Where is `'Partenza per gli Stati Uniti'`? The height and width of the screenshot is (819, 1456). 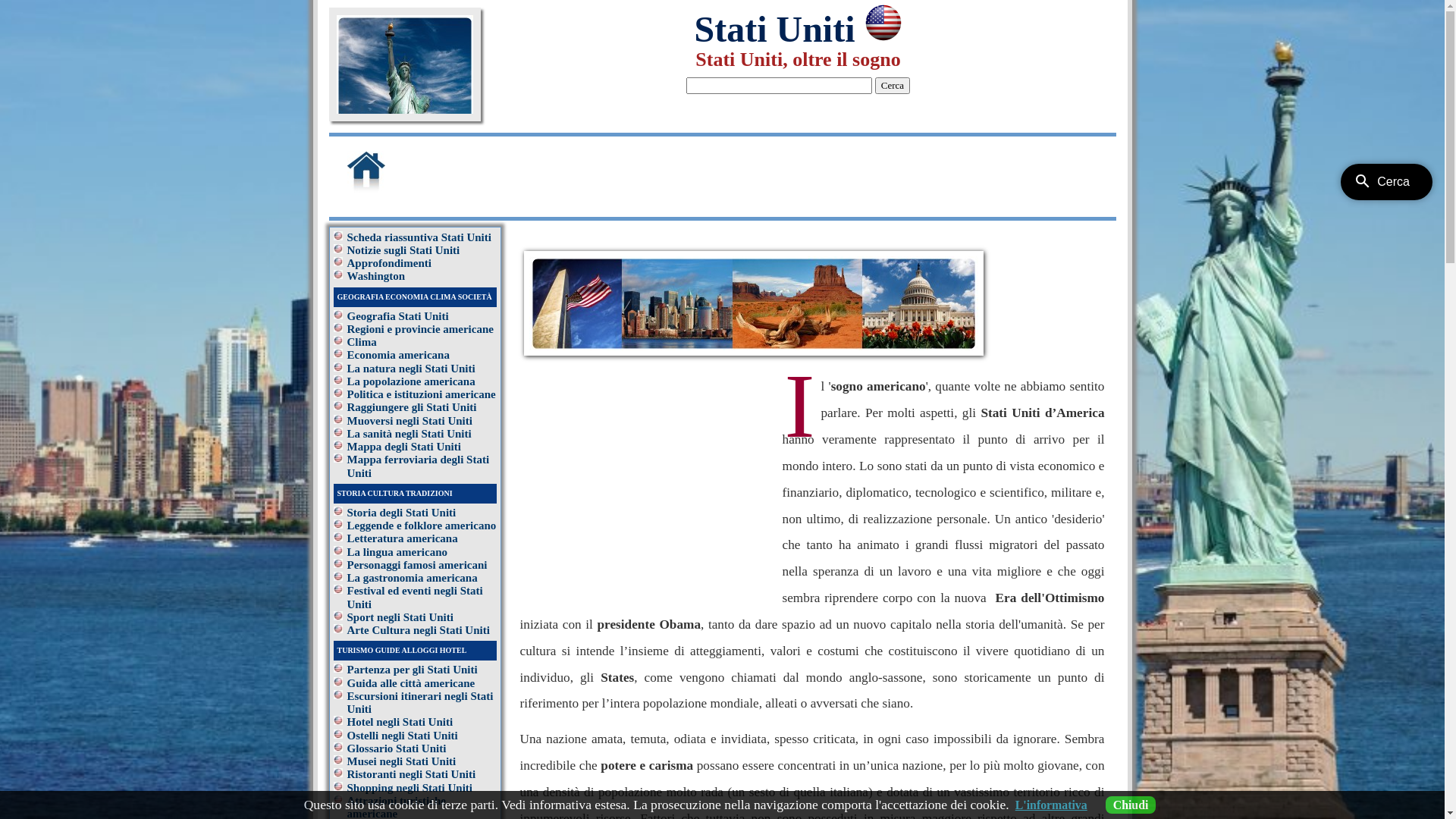 'Partenza per gli Stati Uniti' is located at coordinates (412, 669).